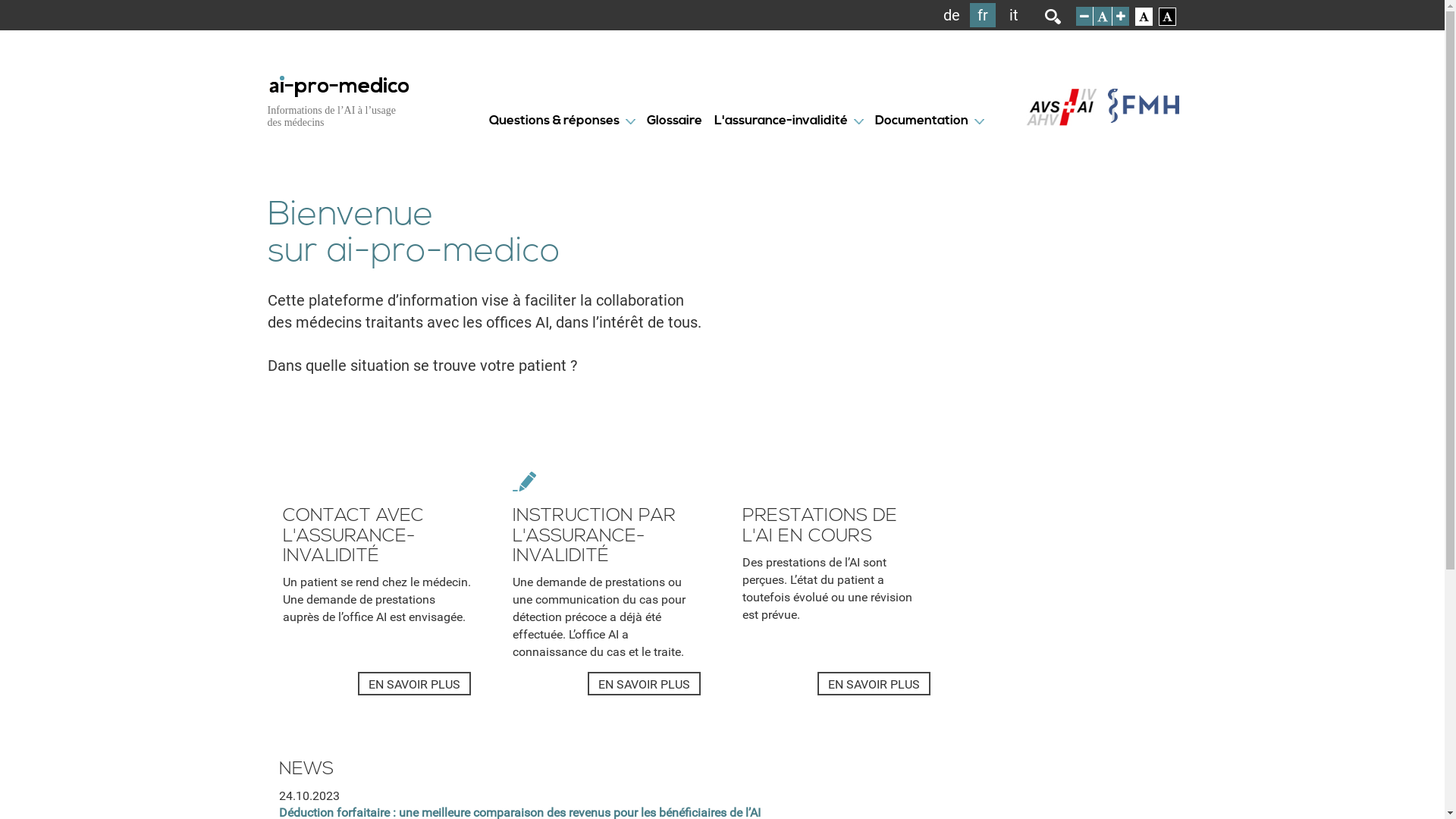 The height and width of the screenshot is (819, 1456). Describe the element at coordinates (983, 14) in the screenshot. I see `'fr'` at that location.